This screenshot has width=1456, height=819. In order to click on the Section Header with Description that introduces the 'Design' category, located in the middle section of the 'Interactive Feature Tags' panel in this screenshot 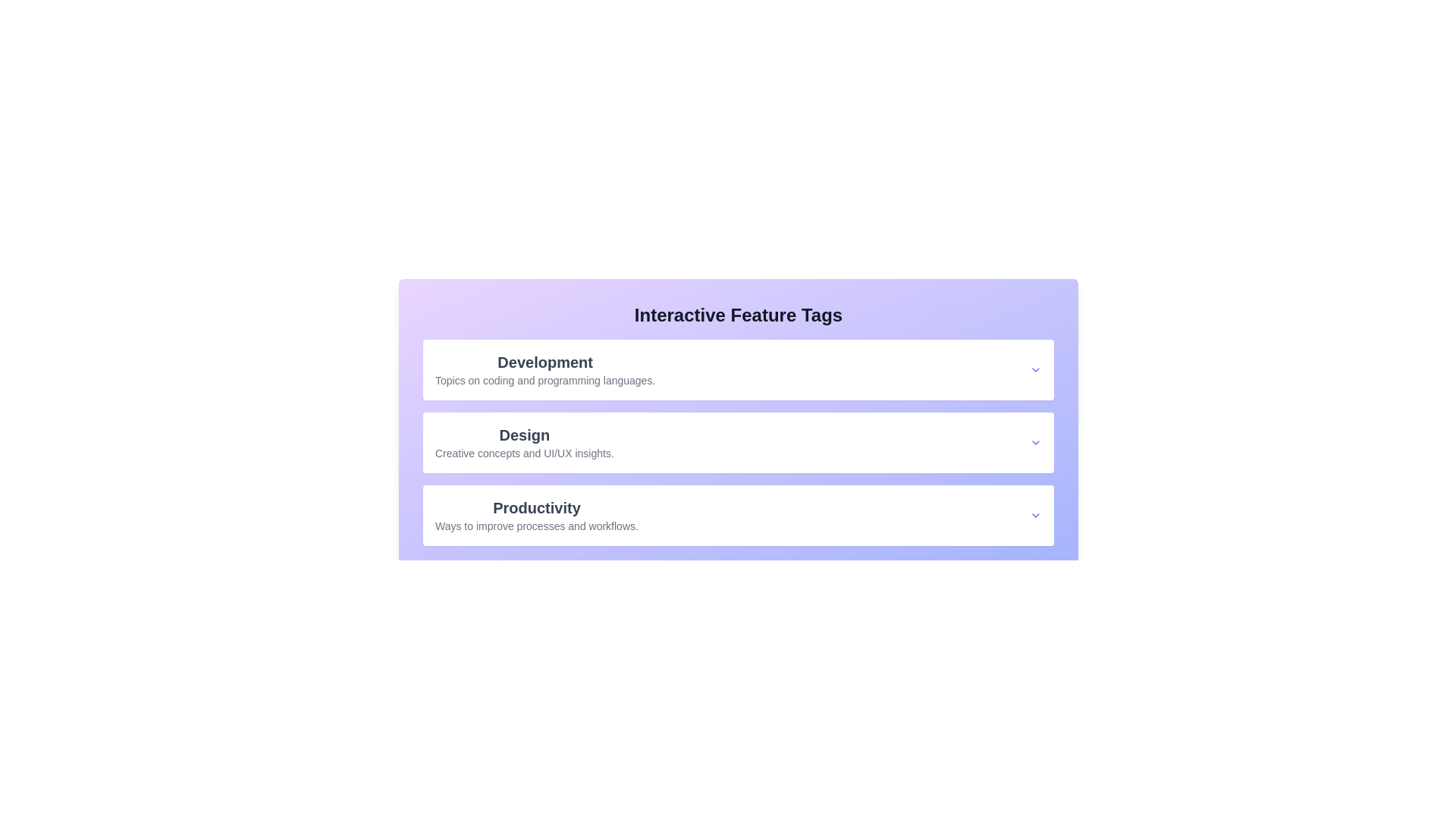, I will do `click(524, 442)`.